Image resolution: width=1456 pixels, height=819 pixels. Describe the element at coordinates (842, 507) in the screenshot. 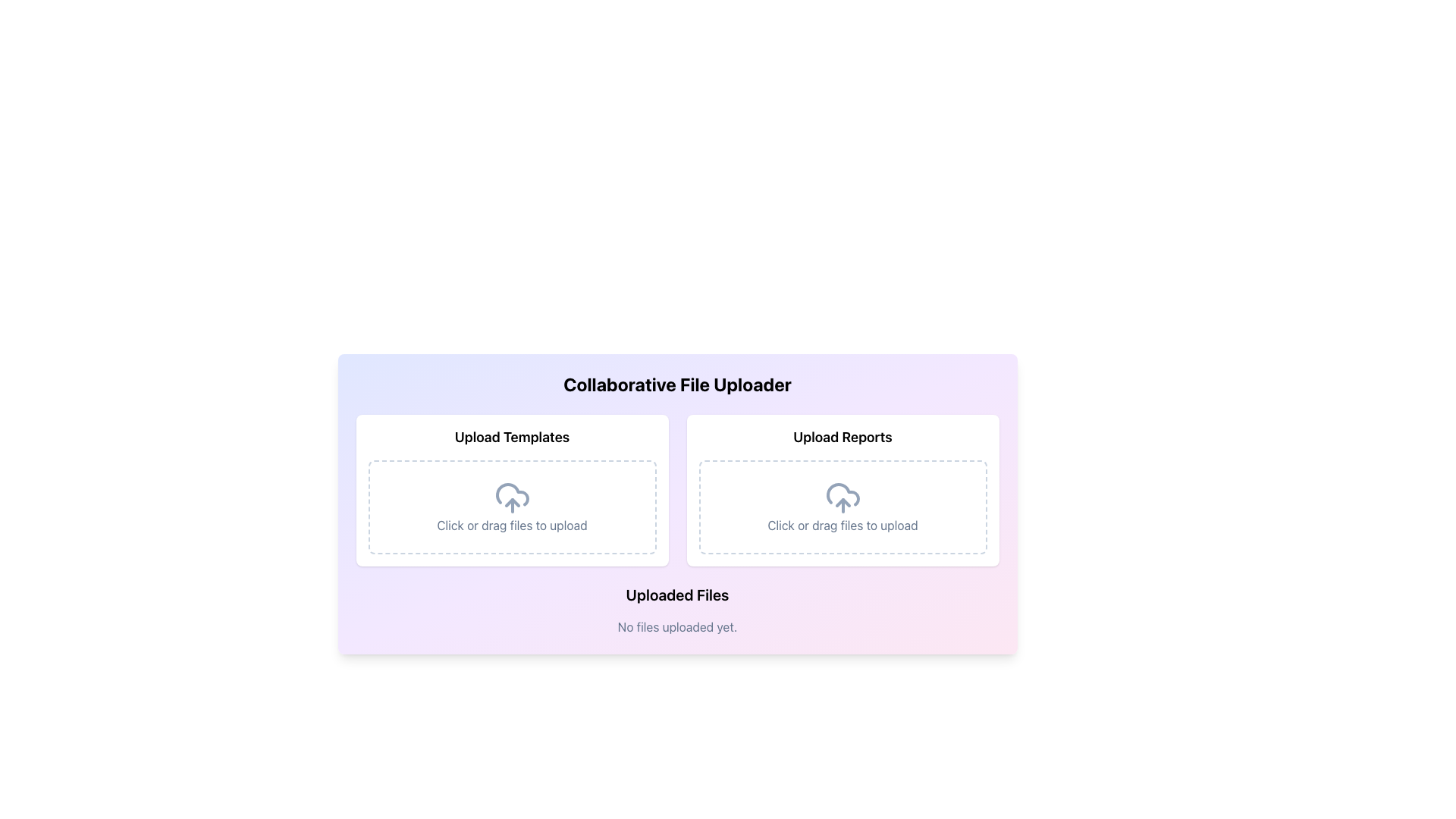

I see `the File upload interface located in the 'Upload Reports' section` at that location.